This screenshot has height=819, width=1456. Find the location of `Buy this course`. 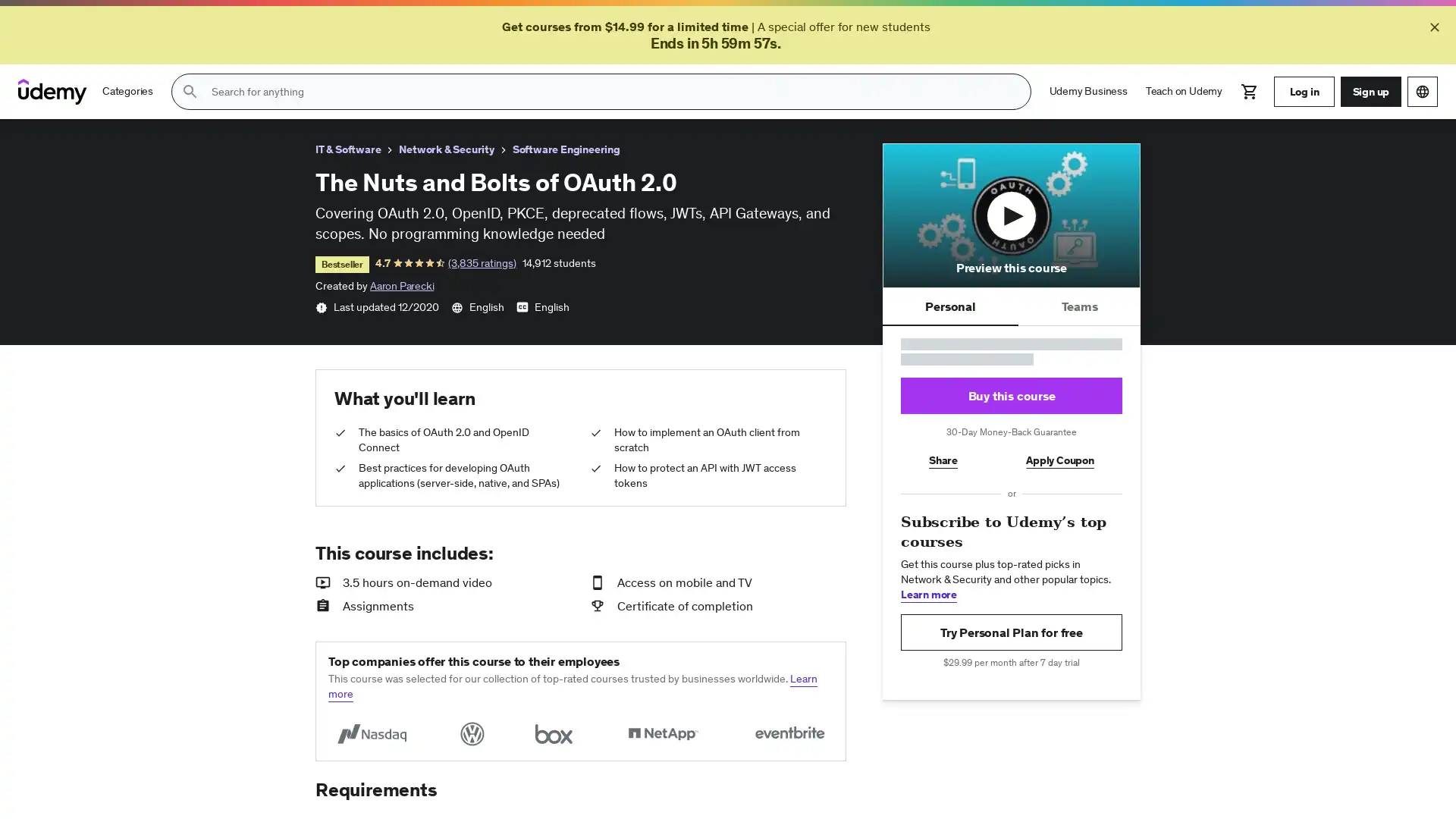

Buy this course is located at coordinates (1012, 394).